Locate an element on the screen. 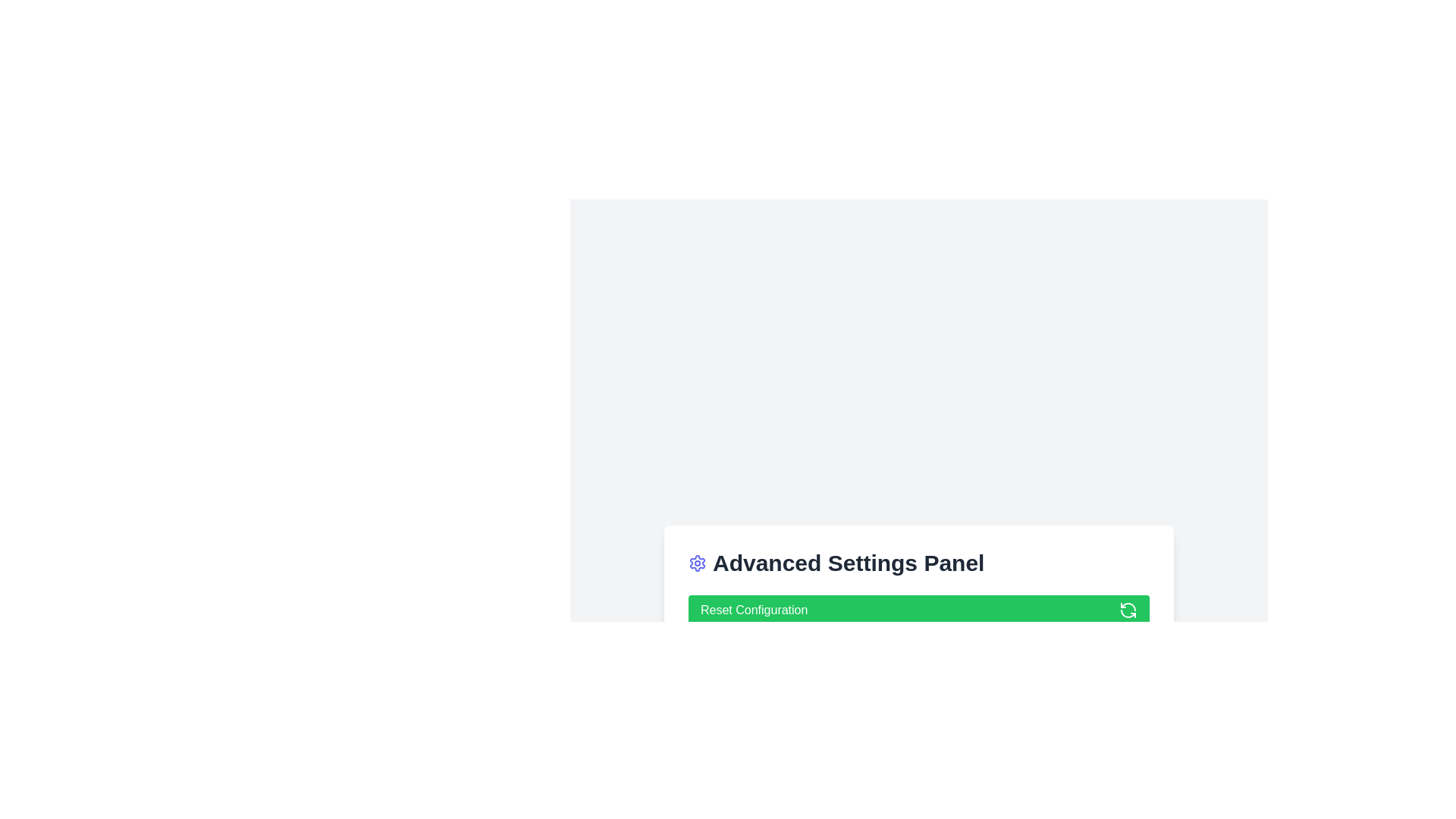 The width and height of the screenshot is (1456, 819). the green button labeled 'Reset Configuration' located in the central panel for modifying or resetting advanced system or application settings is located at coordinates (918, 607).